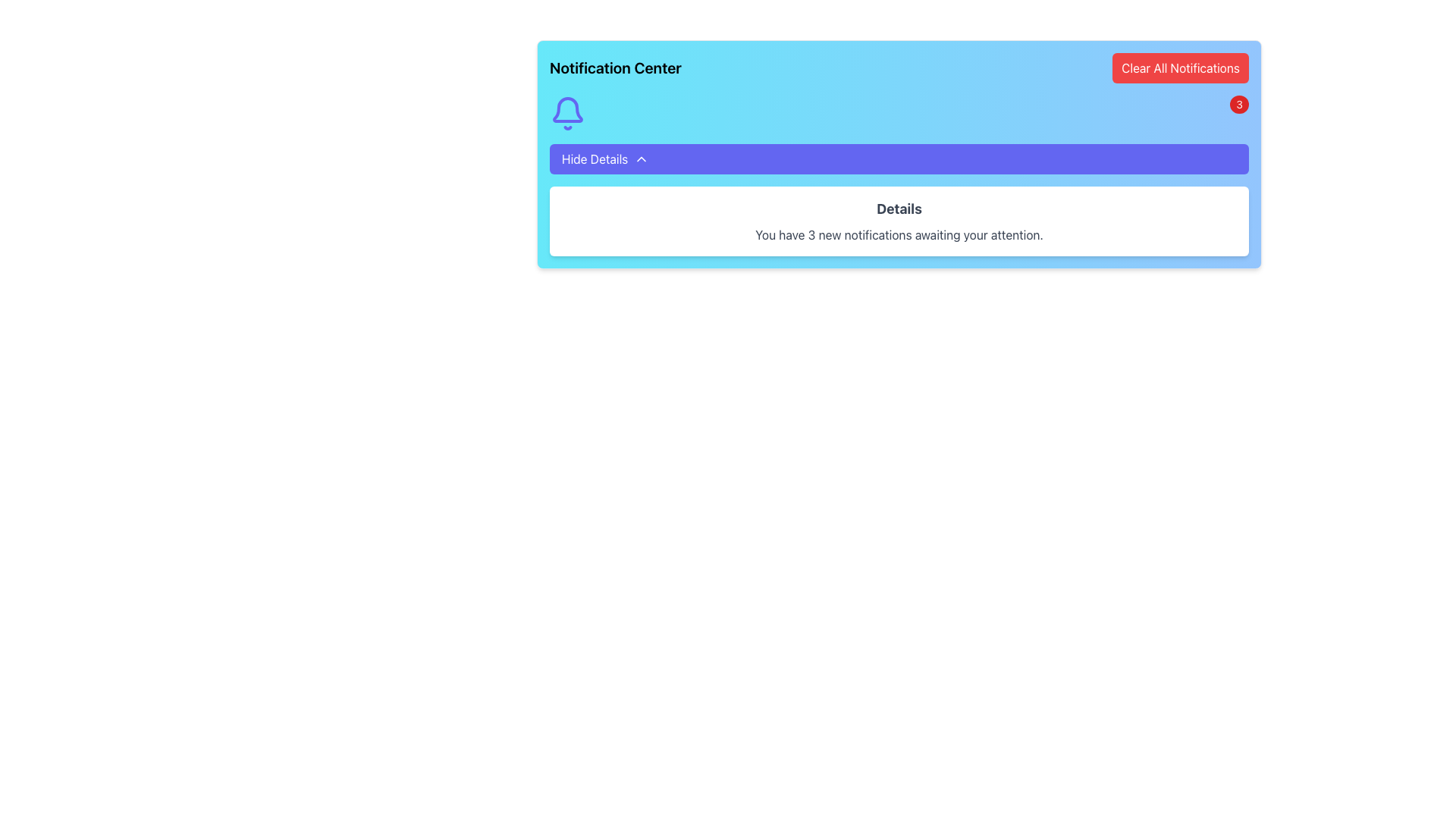 The height and width of the screenshot is (819, 1456). What do you see at coordinates (642, 158) in the screenshot?
I see `the upward-facing chevron icon next to the 'Hide Details' label` at bounding box center [642, 158].